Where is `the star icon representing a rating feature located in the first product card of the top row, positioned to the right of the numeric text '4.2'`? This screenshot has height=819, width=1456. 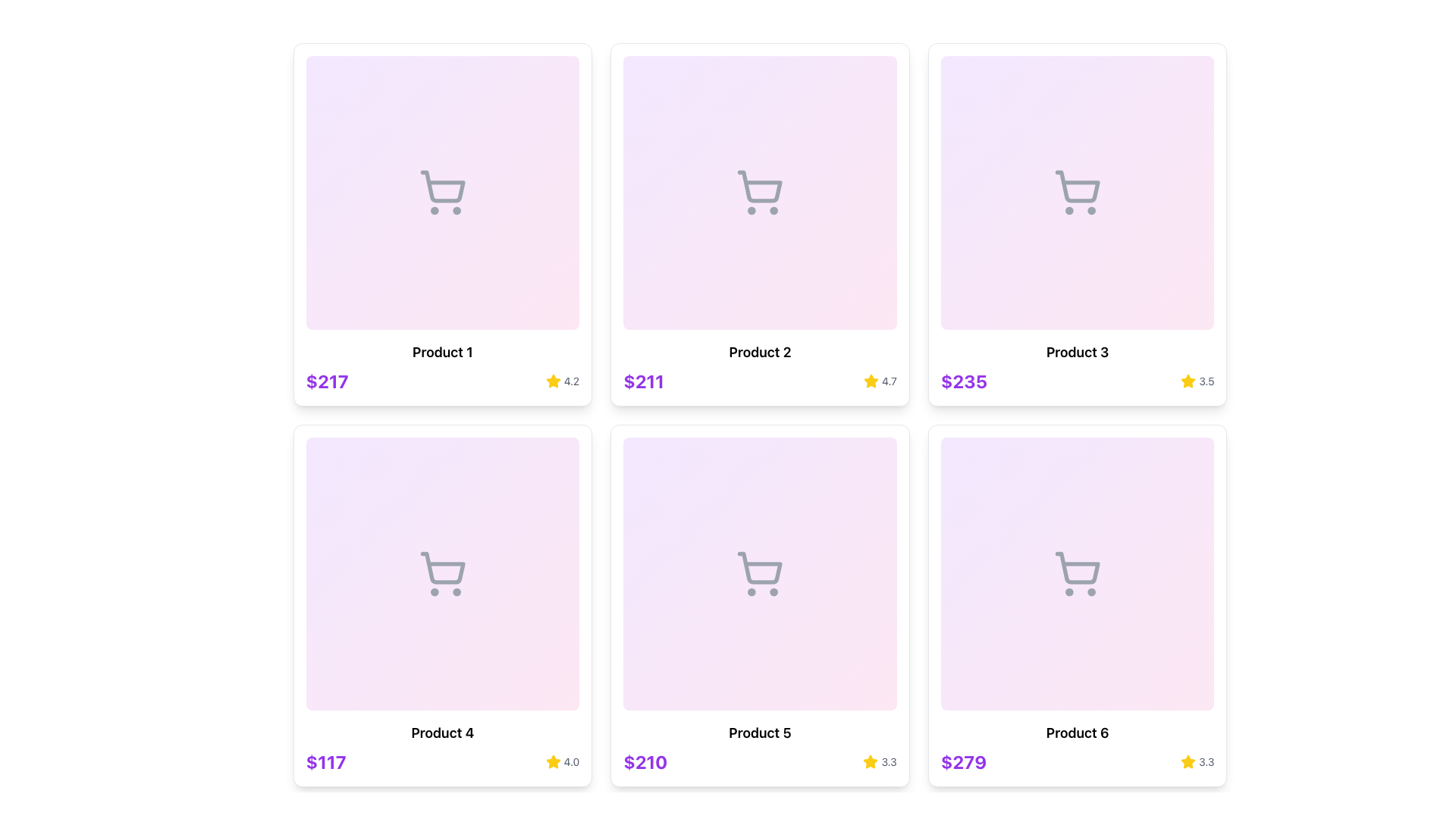
the star icon representing a rating feature located in the first product card of the top row, positioned to the right of the numeric text '4.2' is located at coordinates (552, 380).